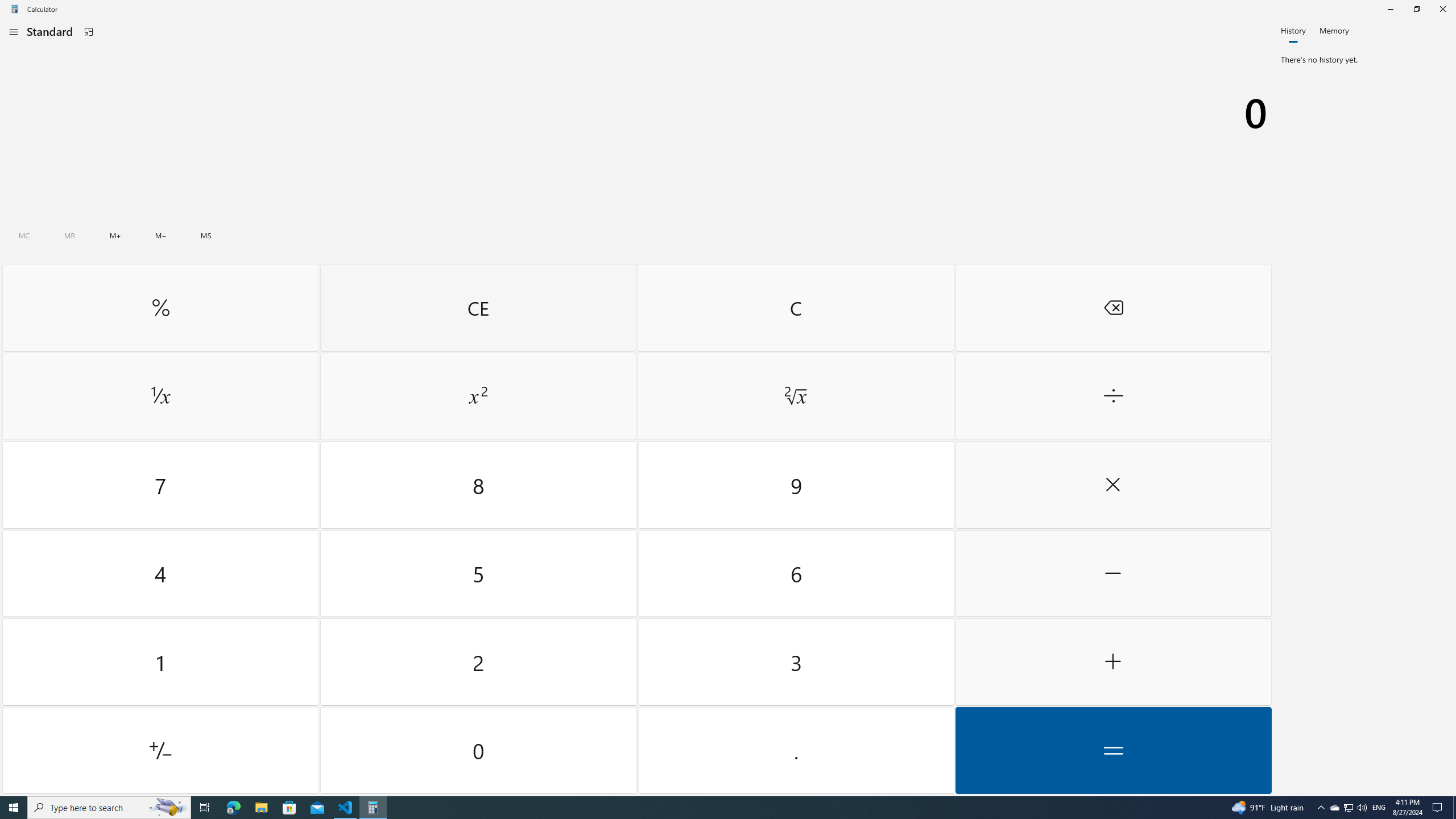 This screenshot has height=819, width=1456. What do you see at coordinates (795, 485) in the screenshot?
I see `'Nine'` at bounding box center [795, 485].